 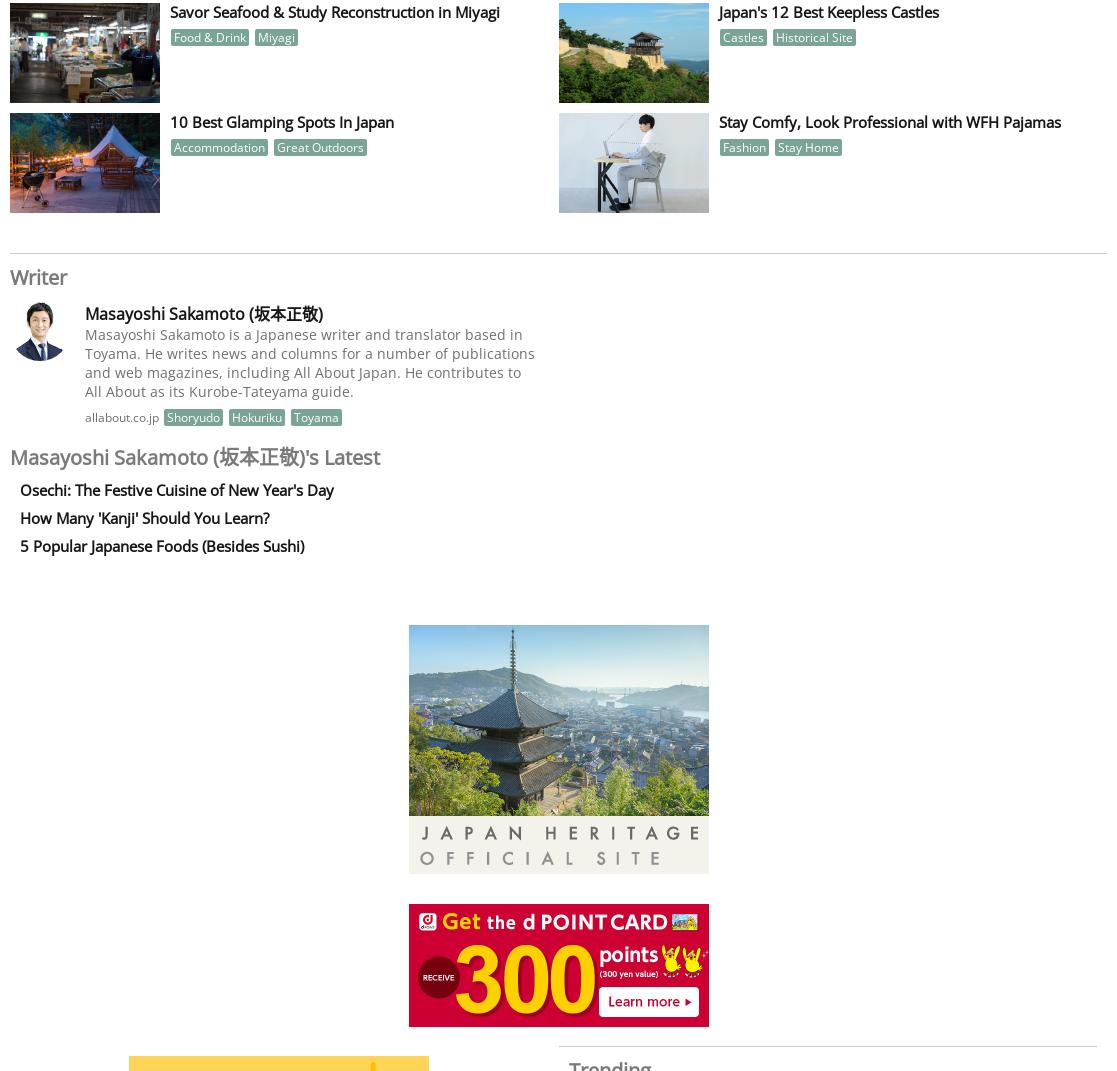 I want to click on 'Masayoshi Sakamoto (坂本正敬)'s Latest', so click(x=10, y=456).